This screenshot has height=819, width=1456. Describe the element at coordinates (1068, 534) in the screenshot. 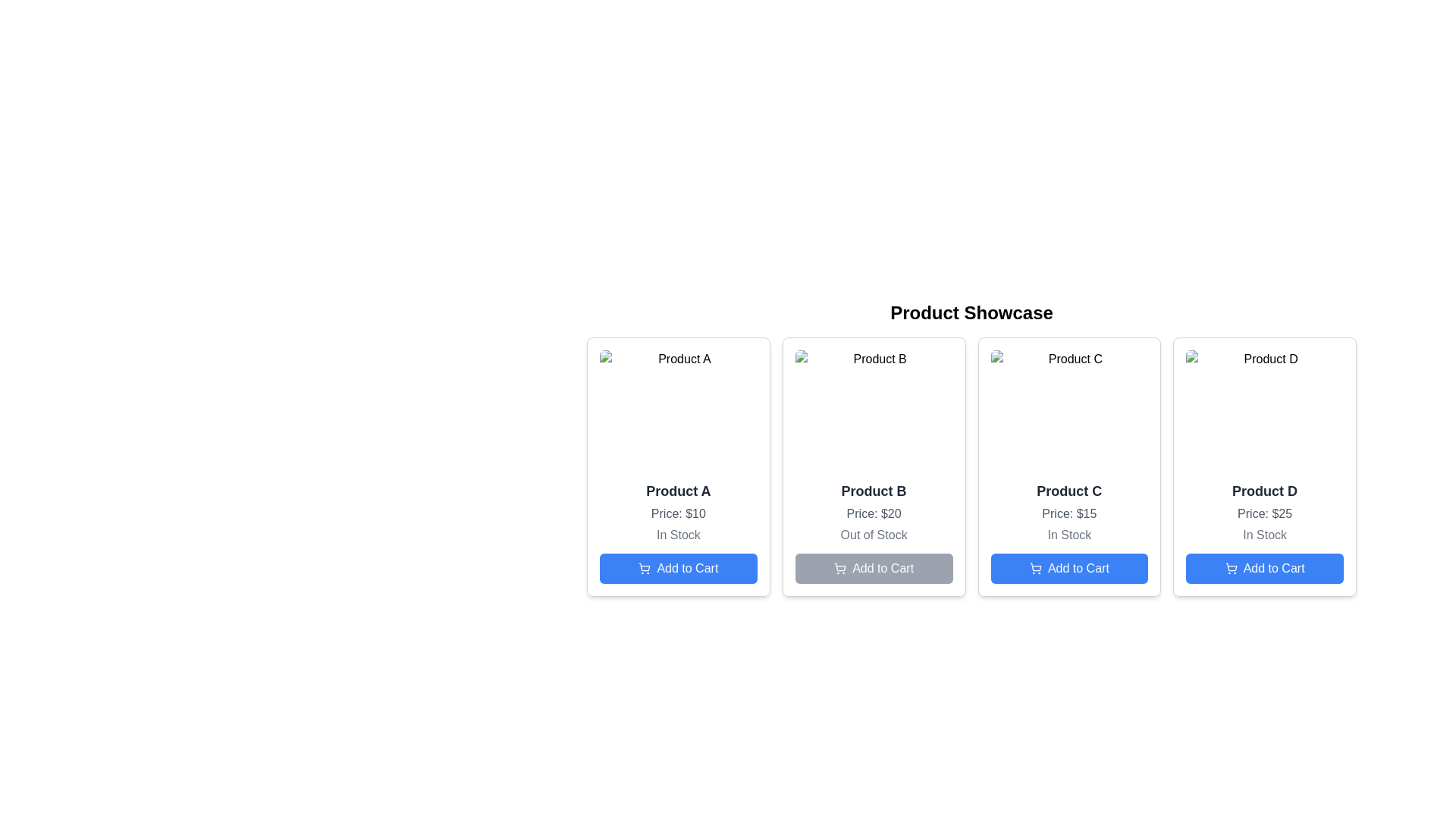

I see `the informational text label indicating the availability status of 'Product C', which is positioned centrally below the price information and above the 'Add to Cart' button` at that location.